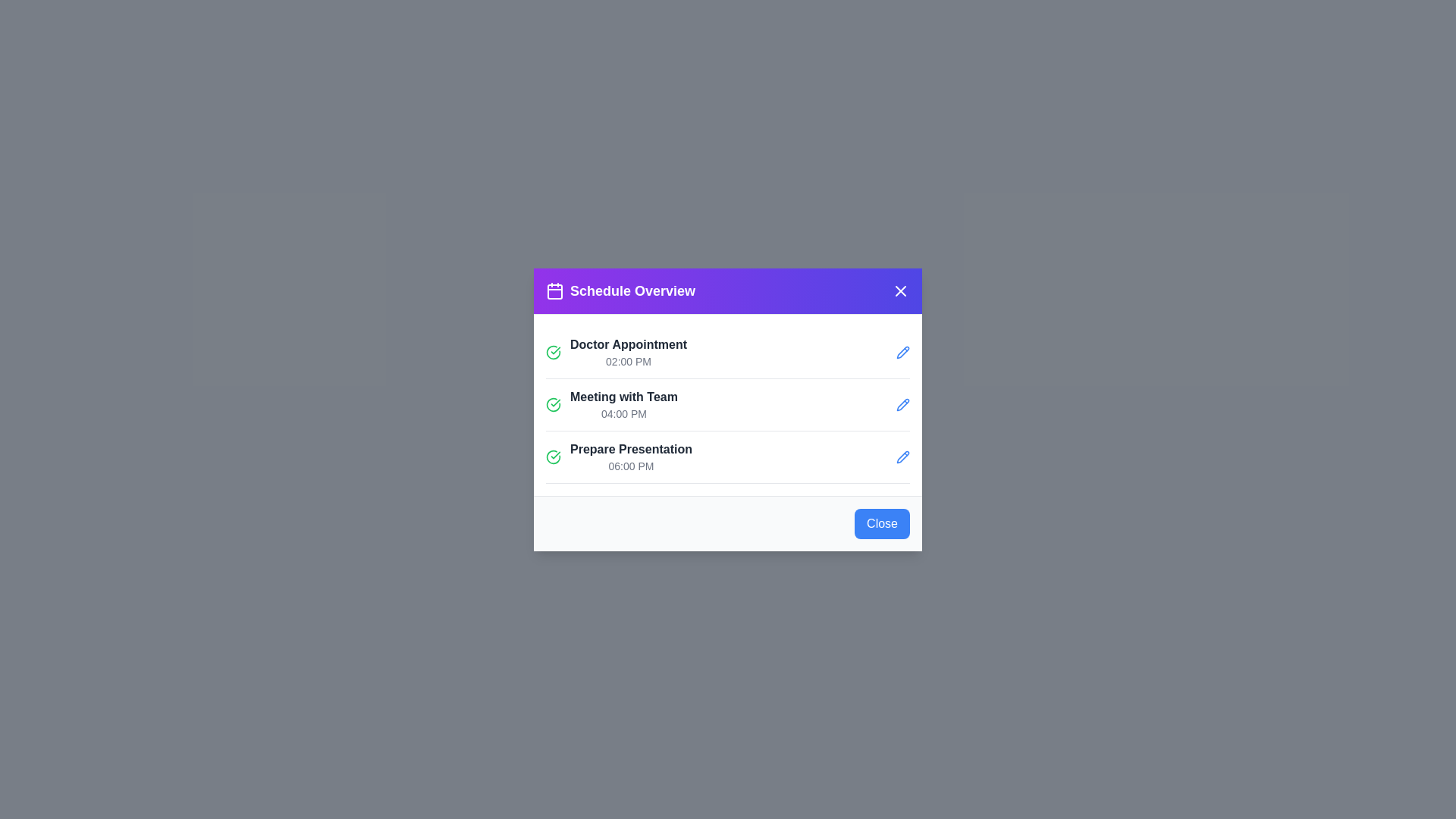 The width and height of the screenshot is (1456, 819). I want to click on the edit button located on the far-right side of the 'Prepare Presentation' entry at '06:00 PM' in the schedule overview dialog for keyboard navigation, so click(902, 456).